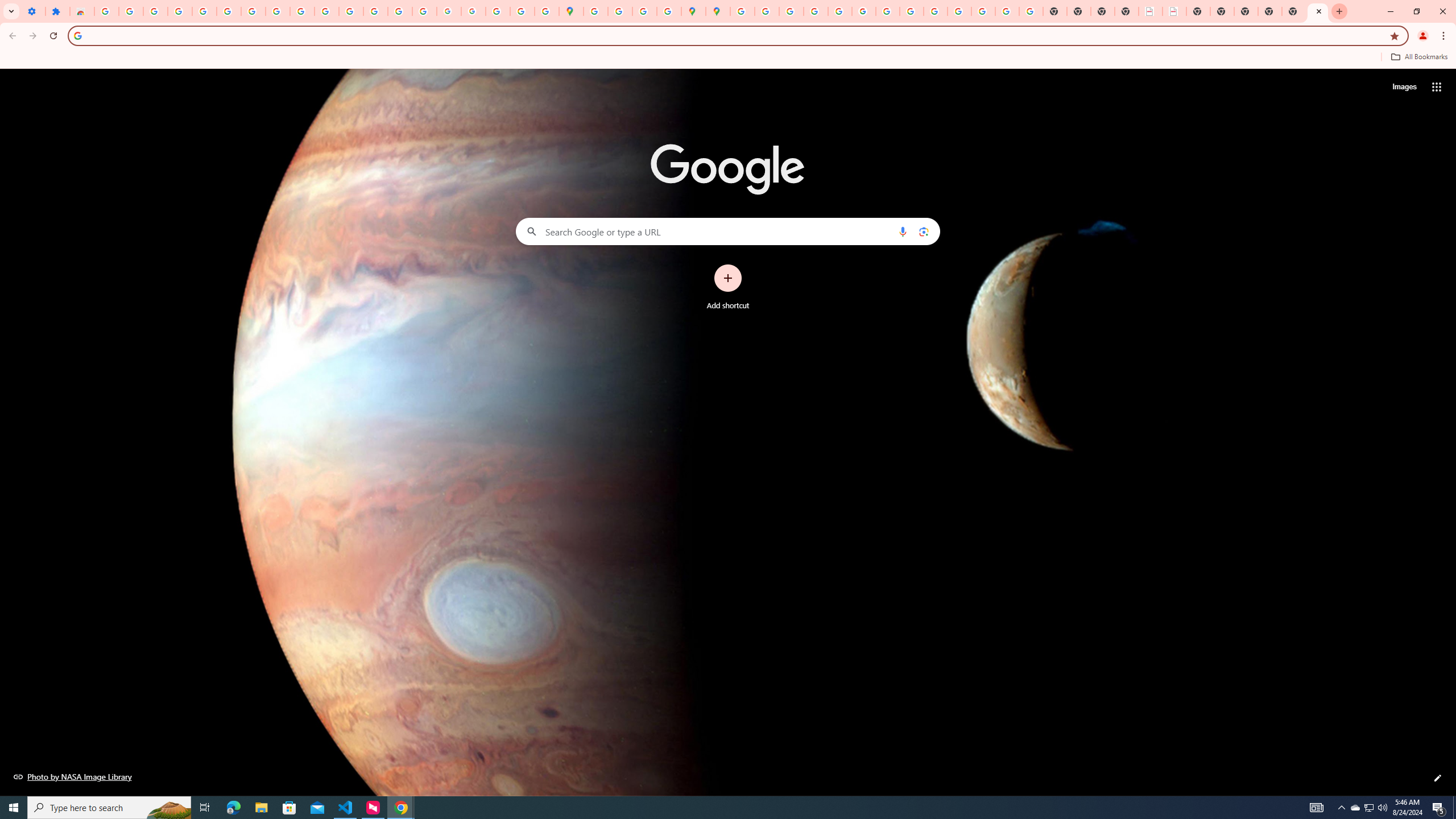 This screenshot has width=1456, height=819. What do you see at coordinates (570, 11) in the screenshot?
I see `'Google Maps'` at bounding box center [570, 11].